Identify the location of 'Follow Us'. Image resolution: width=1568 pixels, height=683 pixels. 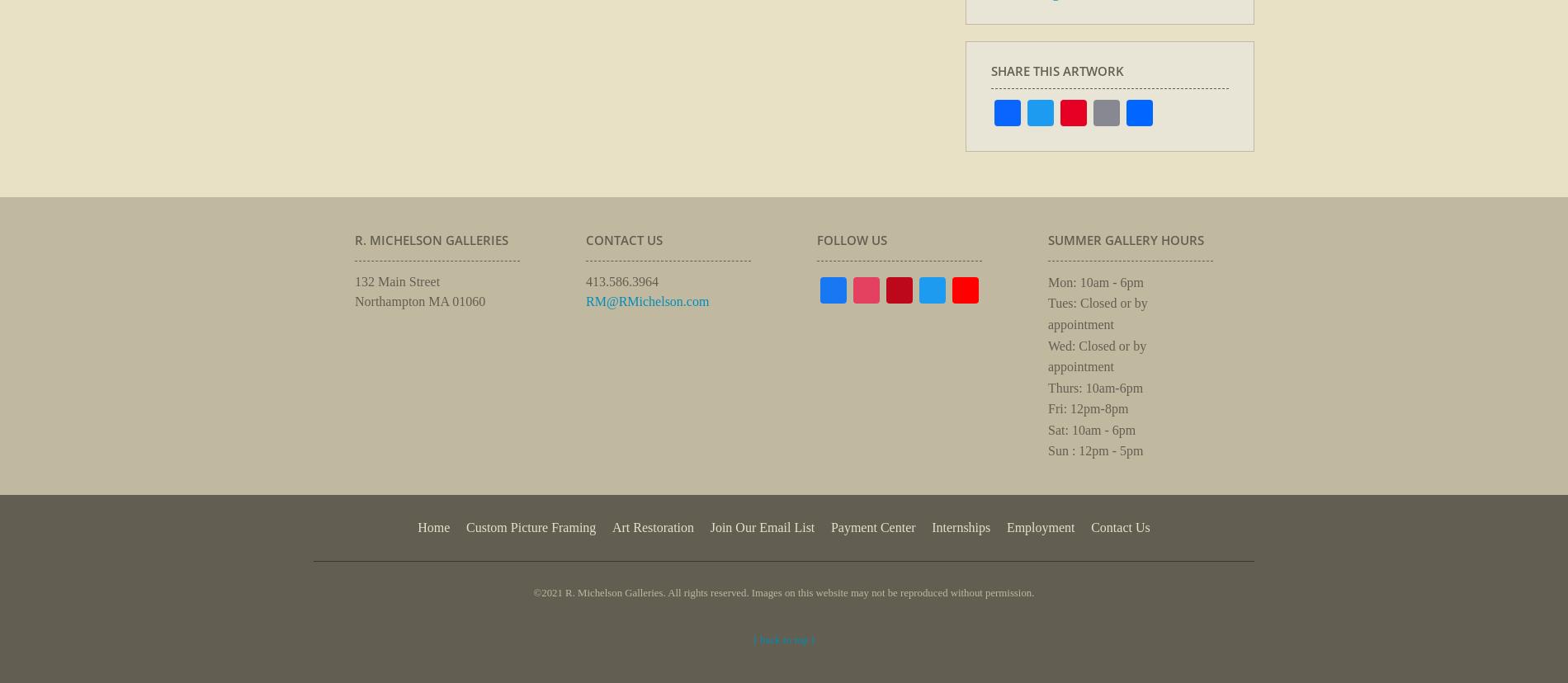
(852, 239).